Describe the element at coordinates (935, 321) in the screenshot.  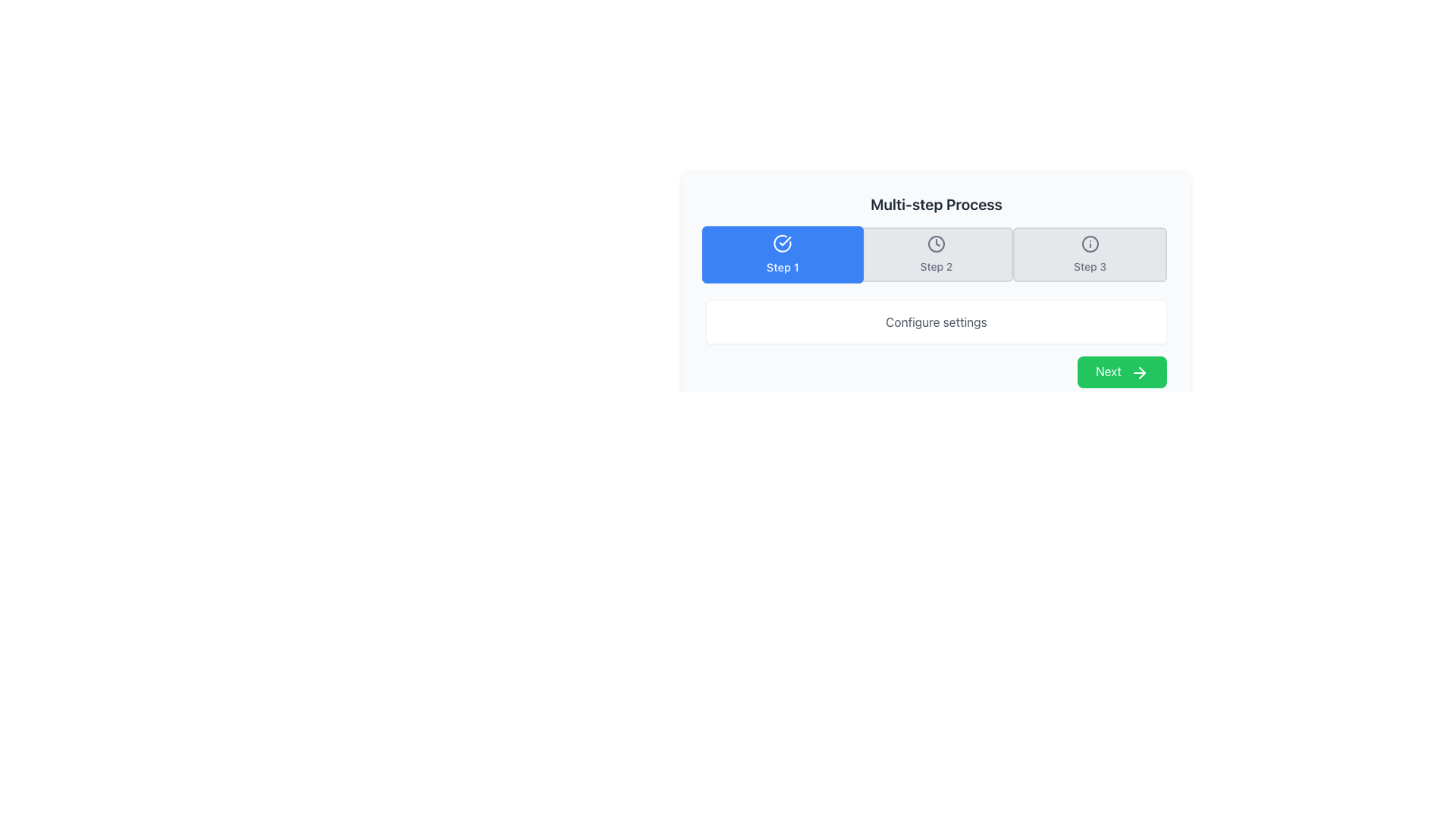
I see `the 'Configure settings' text label, which is a rectangular area with a white background and gray border, located beneath the step navigation bar and above the green 'Next' button` at that location.